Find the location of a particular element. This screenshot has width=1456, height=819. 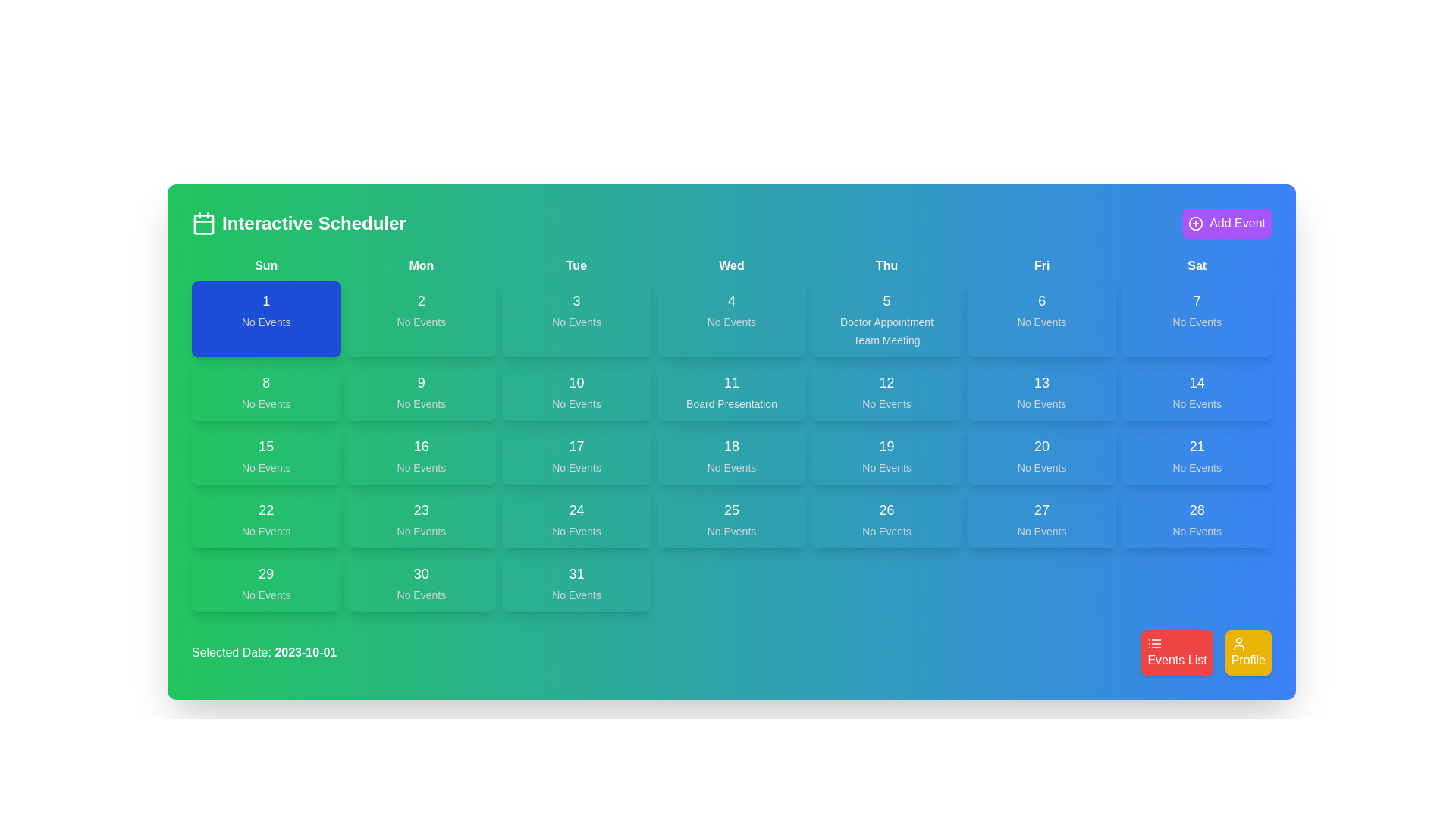

the fourth day block of the interactive calendar, displaying '4' with 'No Events' below it is located at coordinates (731, 318).